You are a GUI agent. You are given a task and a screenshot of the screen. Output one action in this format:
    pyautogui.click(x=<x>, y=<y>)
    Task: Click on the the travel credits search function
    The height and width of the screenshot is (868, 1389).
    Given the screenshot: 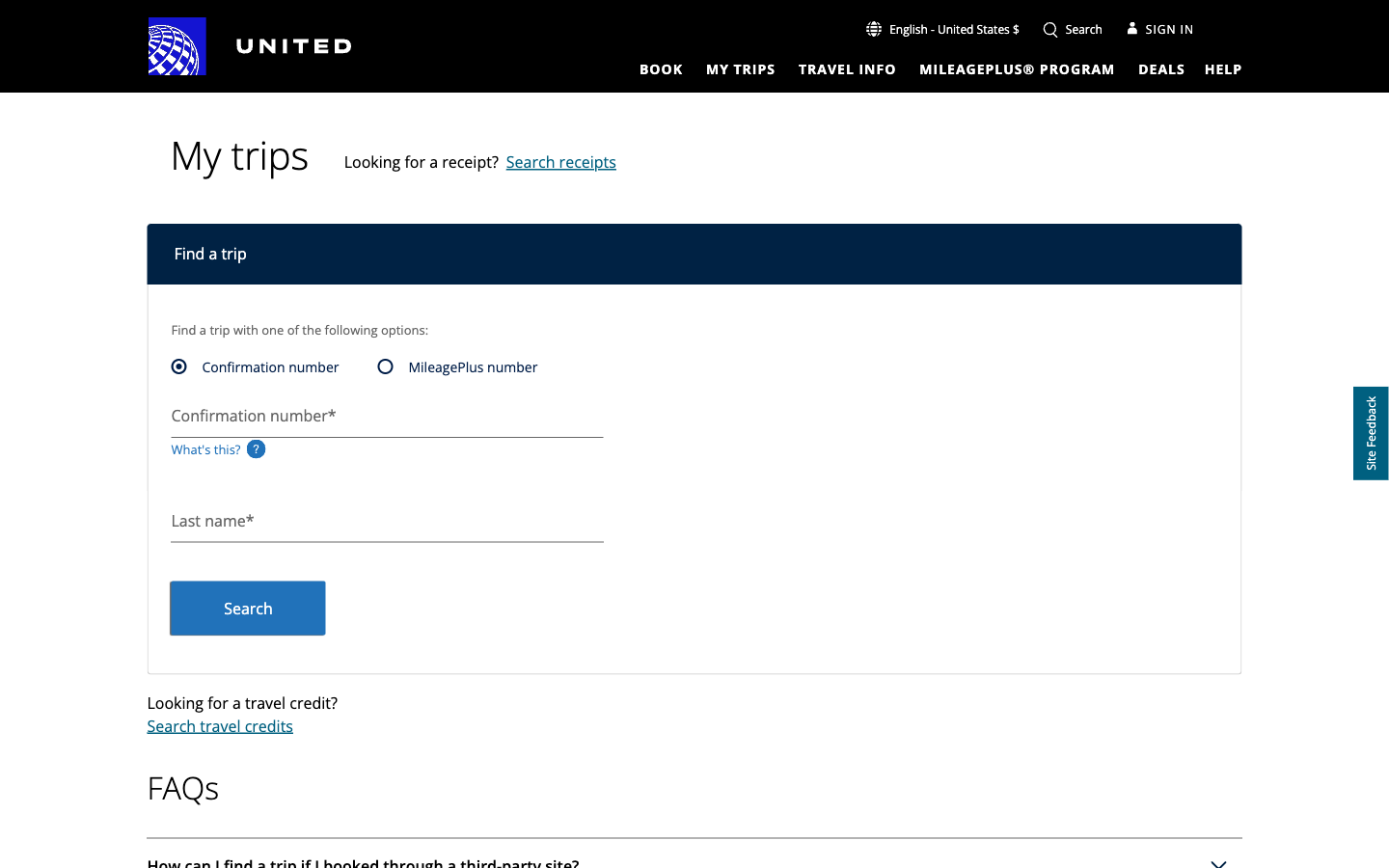 What is the action you would take?
    pyautogui.click(x=219, y=725)
    